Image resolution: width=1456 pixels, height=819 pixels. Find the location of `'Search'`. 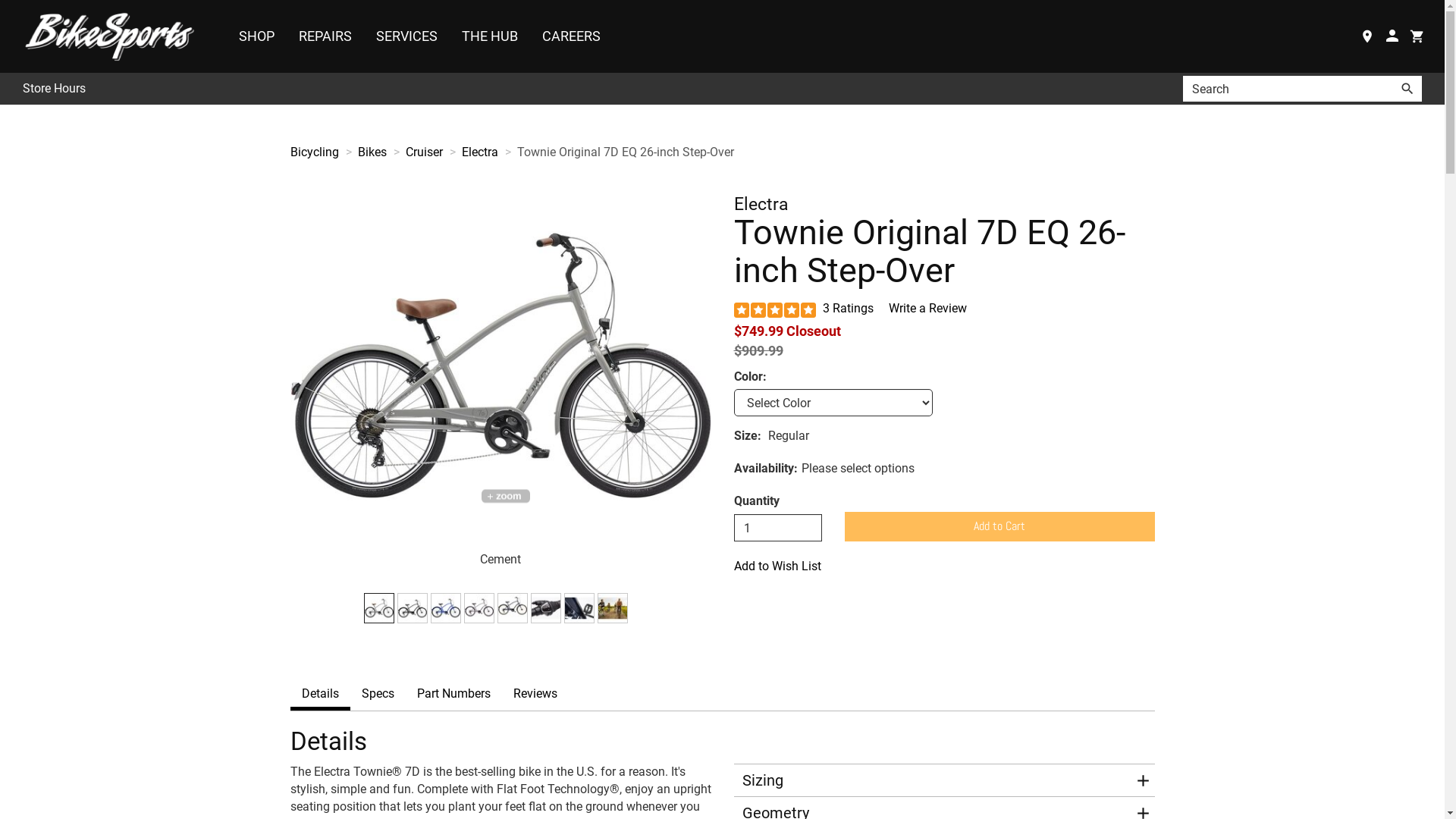

'Search' is located at coordinates (1407, 88).